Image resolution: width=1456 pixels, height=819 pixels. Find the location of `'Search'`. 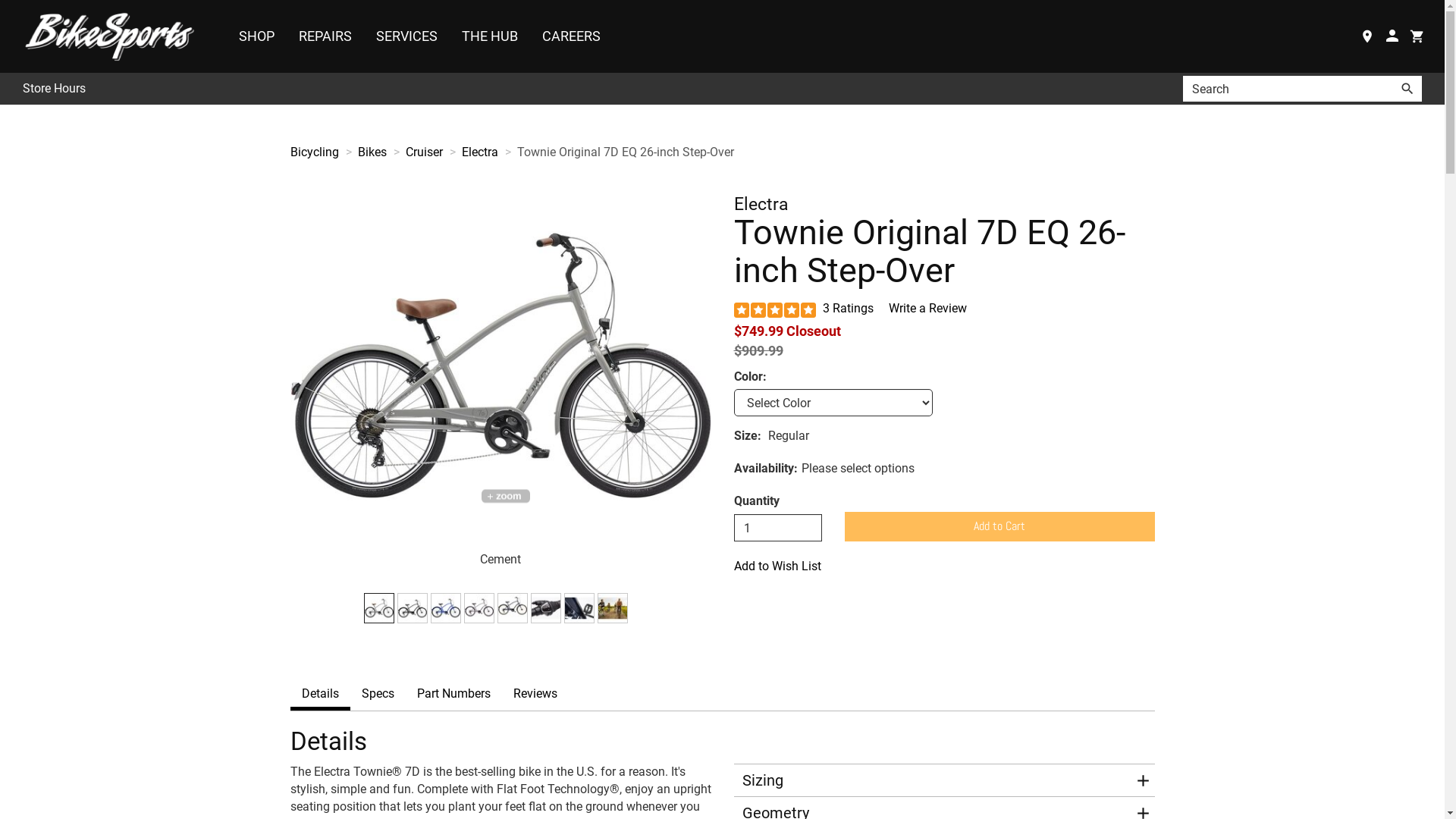

'Search' is located at coordinates (1407, 88).